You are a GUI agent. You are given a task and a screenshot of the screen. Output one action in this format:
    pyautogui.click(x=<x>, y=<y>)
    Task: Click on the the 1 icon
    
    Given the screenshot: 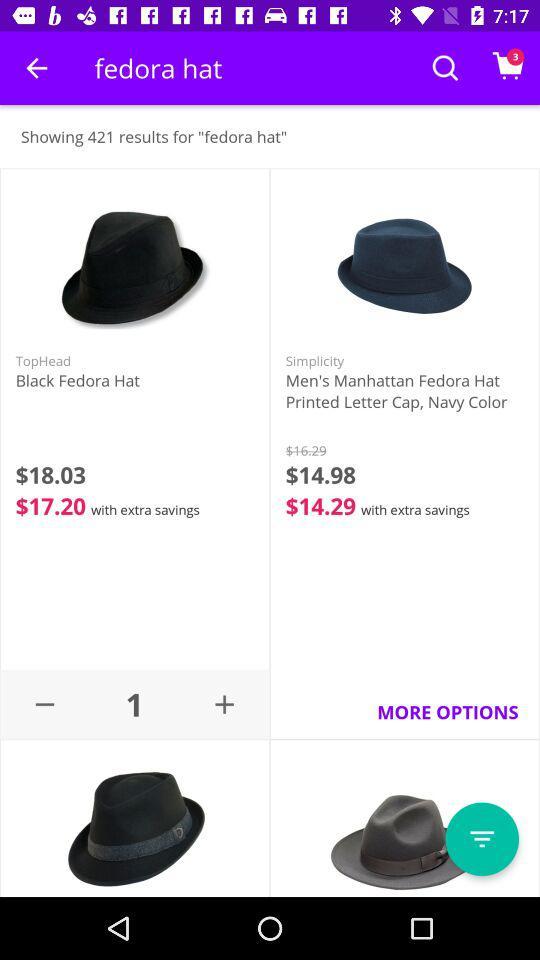 What is the action you would take?
    pyautogui.click(x=134, y=704)
    